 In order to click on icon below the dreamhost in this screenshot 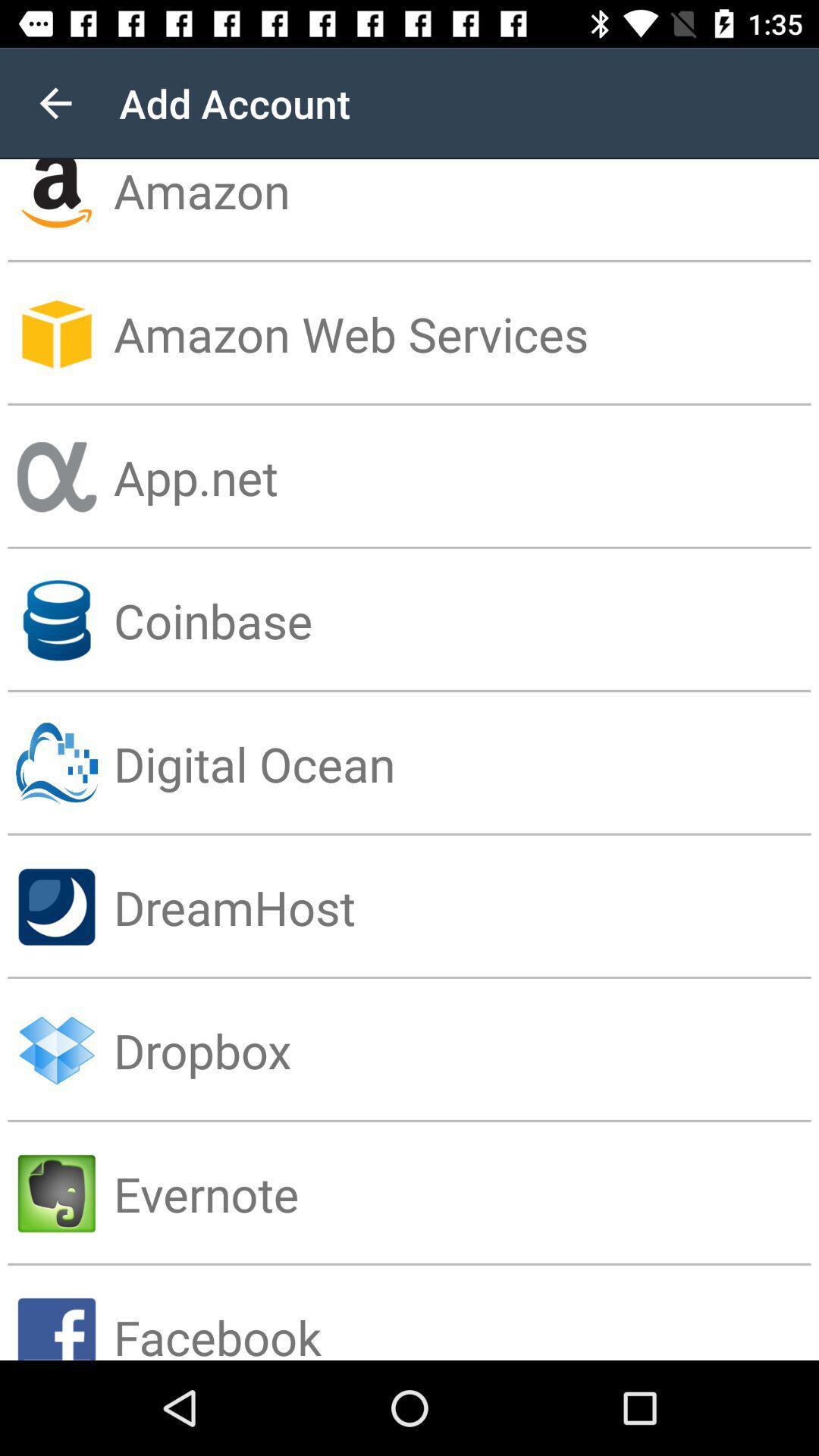, I will do `click(465, 1050)`.